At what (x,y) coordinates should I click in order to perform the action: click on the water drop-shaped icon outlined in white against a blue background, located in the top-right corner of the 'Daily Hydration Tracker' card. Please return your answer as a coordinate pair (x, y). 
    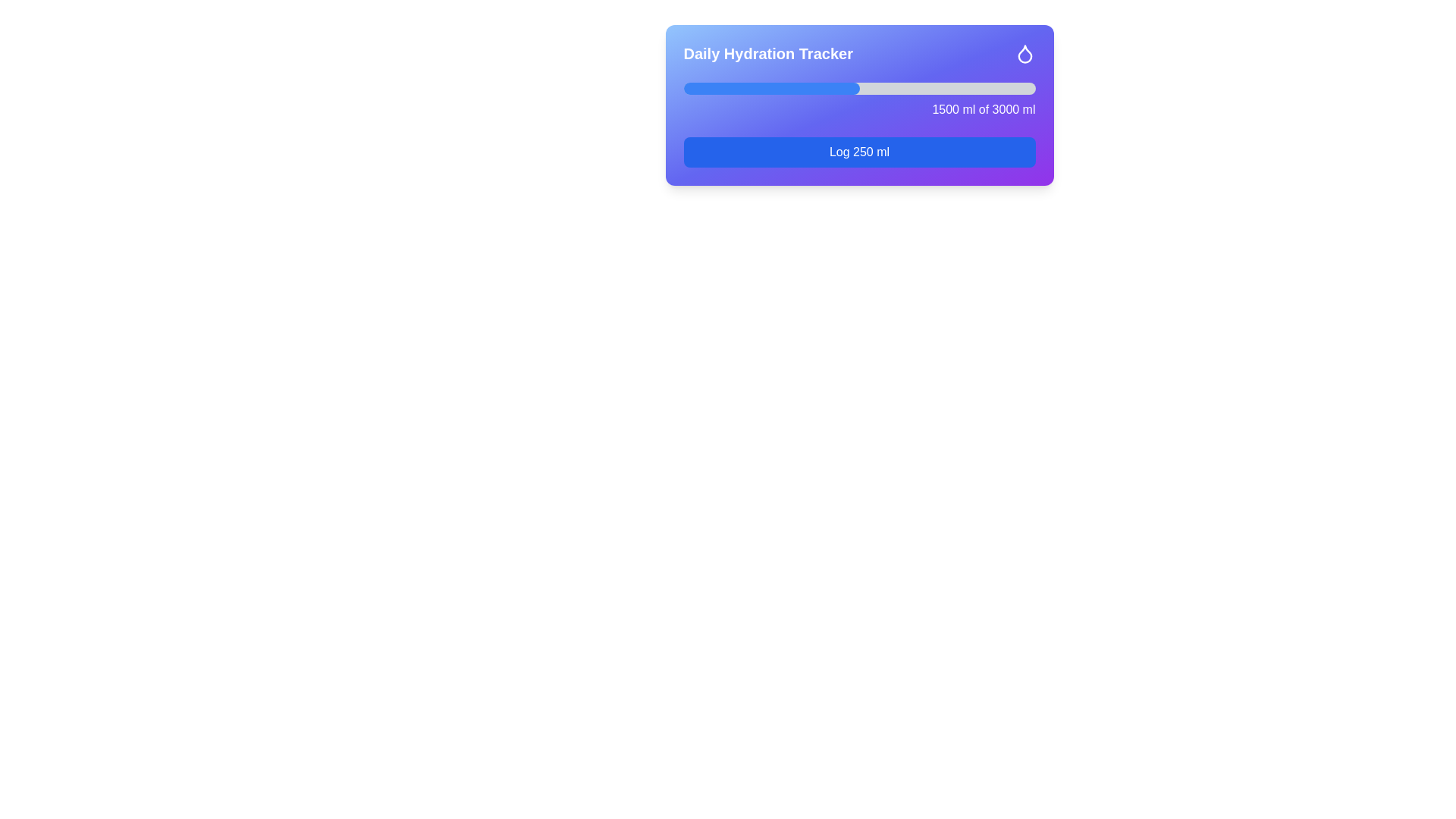
    Looking at the image, I should click on (1025, 52).